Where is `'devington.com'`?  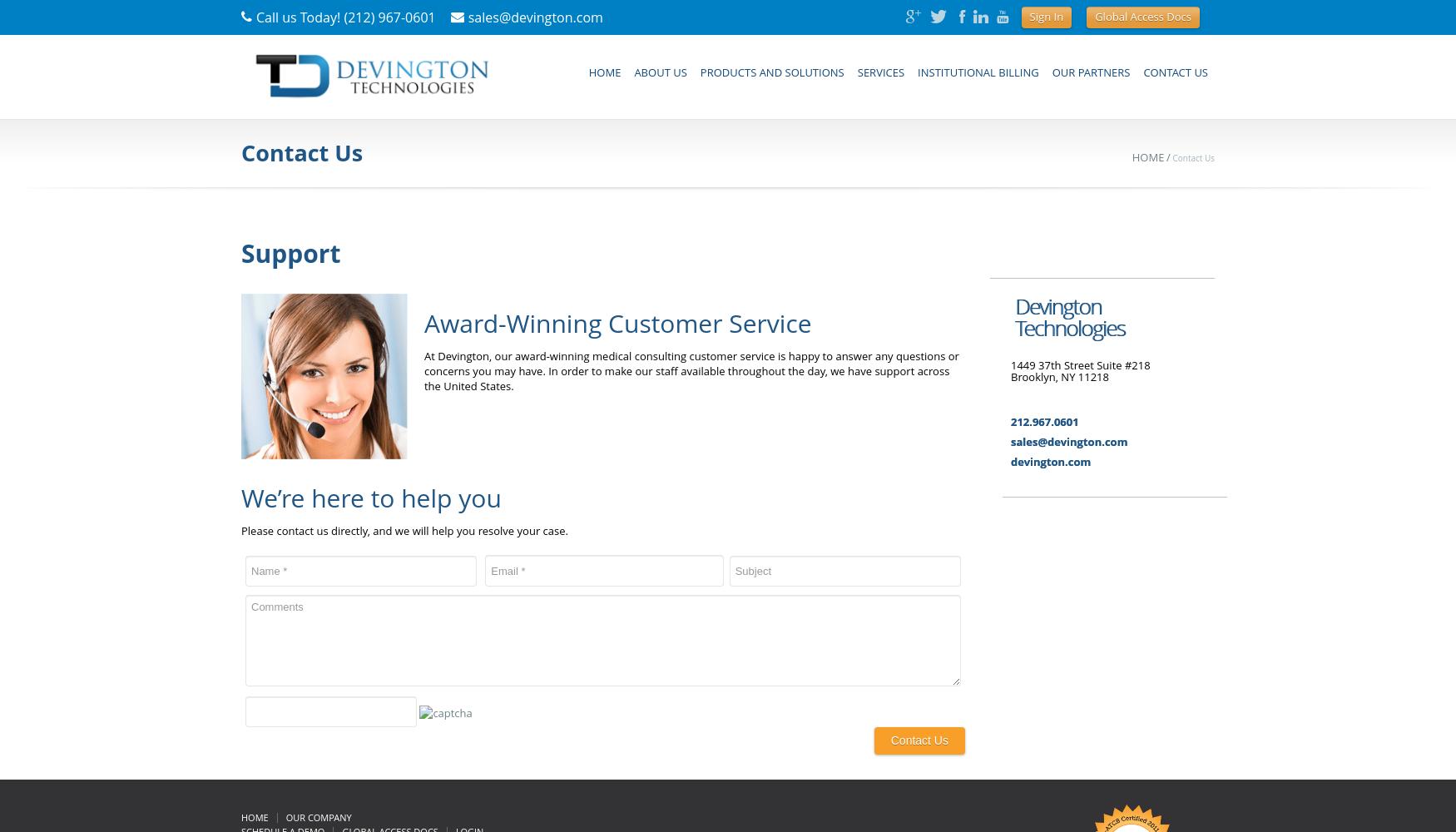 'devington.com' is located at coordinates (1049, 462).